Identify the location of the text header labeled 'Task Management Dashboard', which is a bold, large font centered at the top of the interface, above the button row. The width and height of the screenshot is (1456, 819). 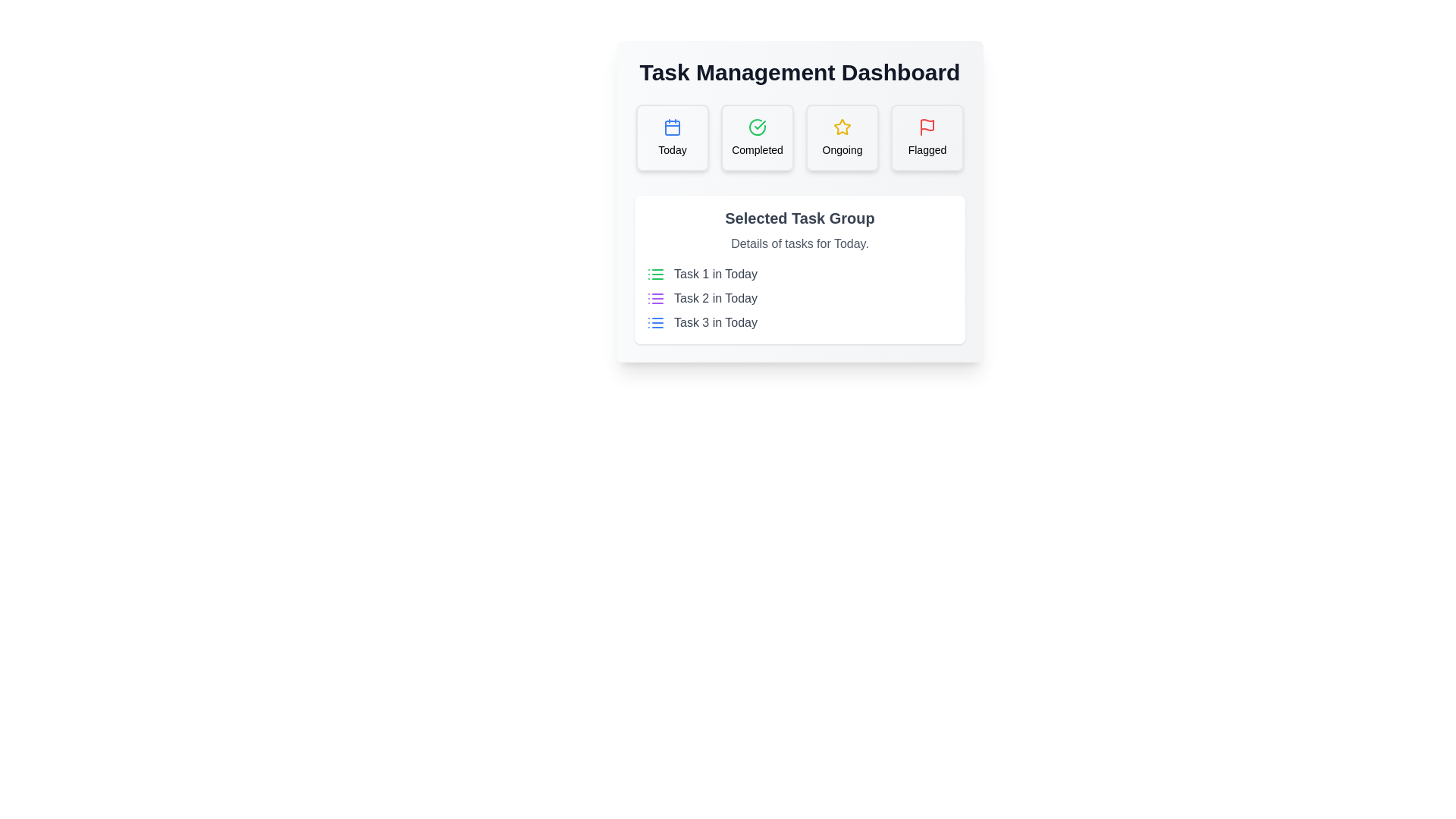
(799, 73).